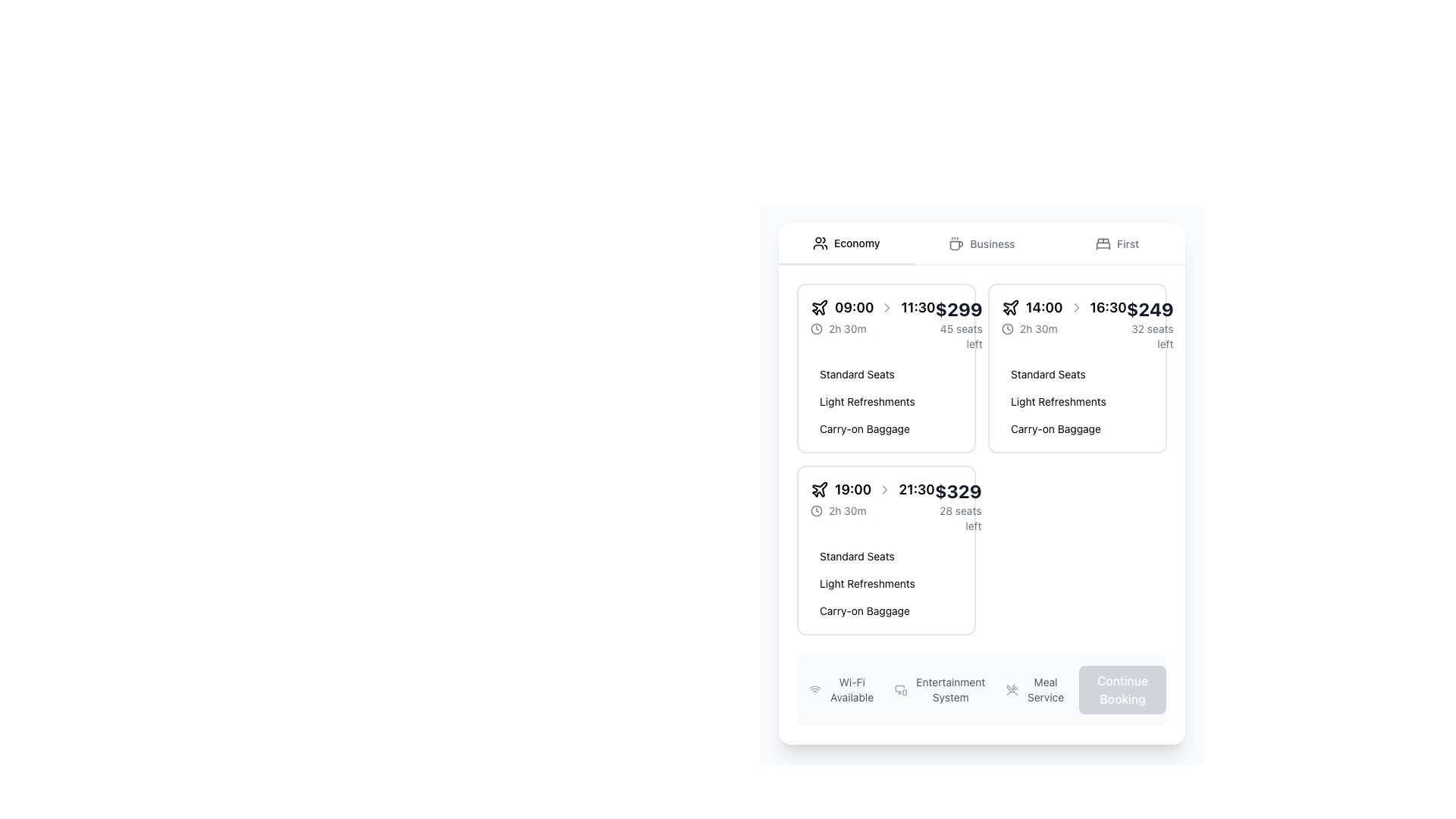  Describe the element at coordinates (873, 307) in the screenshot. I see `the text display element showing the time range '09:00' to '11:30' with a plane icon on the left` at that location.